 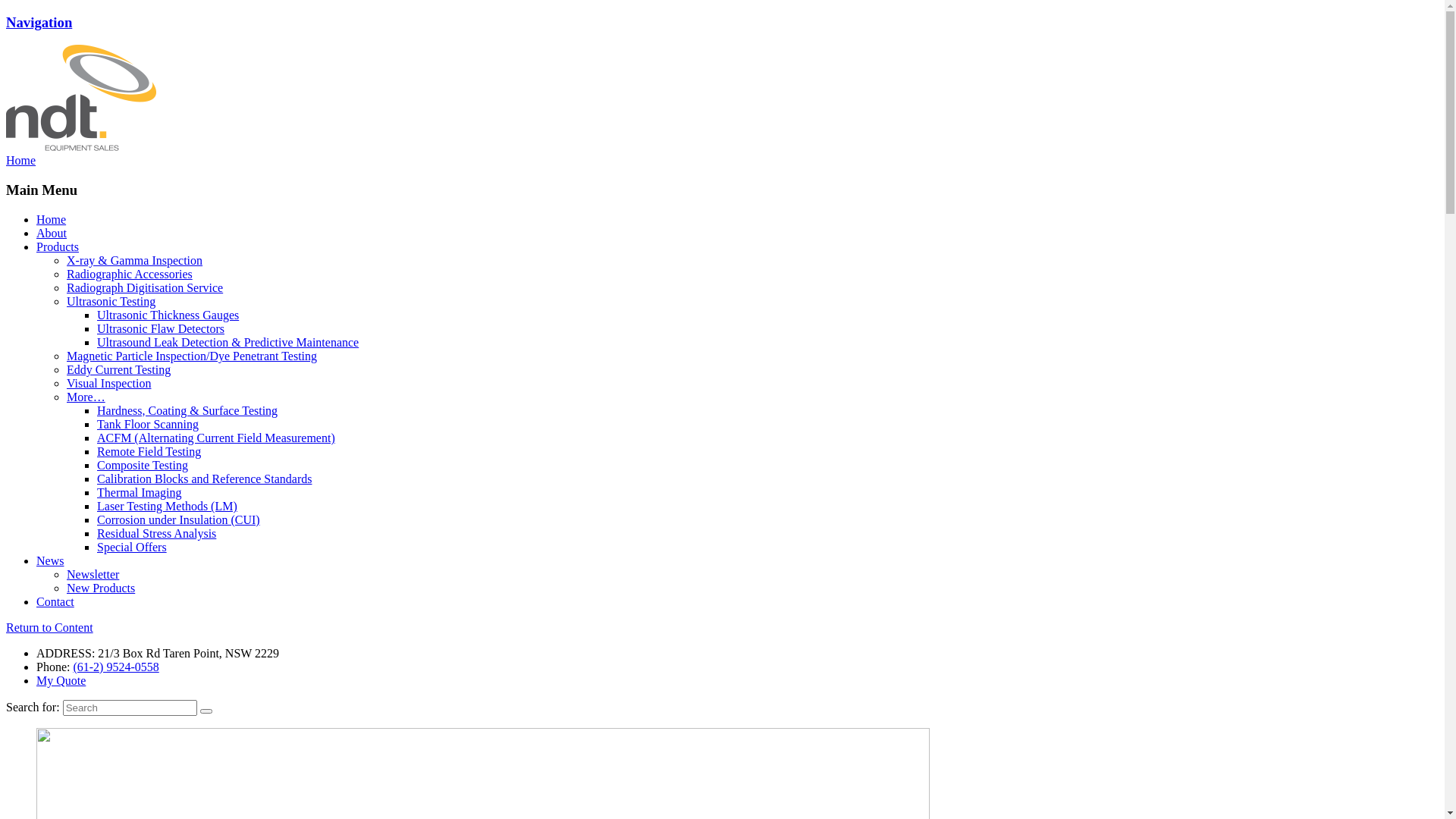 What do you see at coordinates (65, 287) in the screenshot?
I see `'Radiograph Digitisation Service'` at bounding box center [65, 287].